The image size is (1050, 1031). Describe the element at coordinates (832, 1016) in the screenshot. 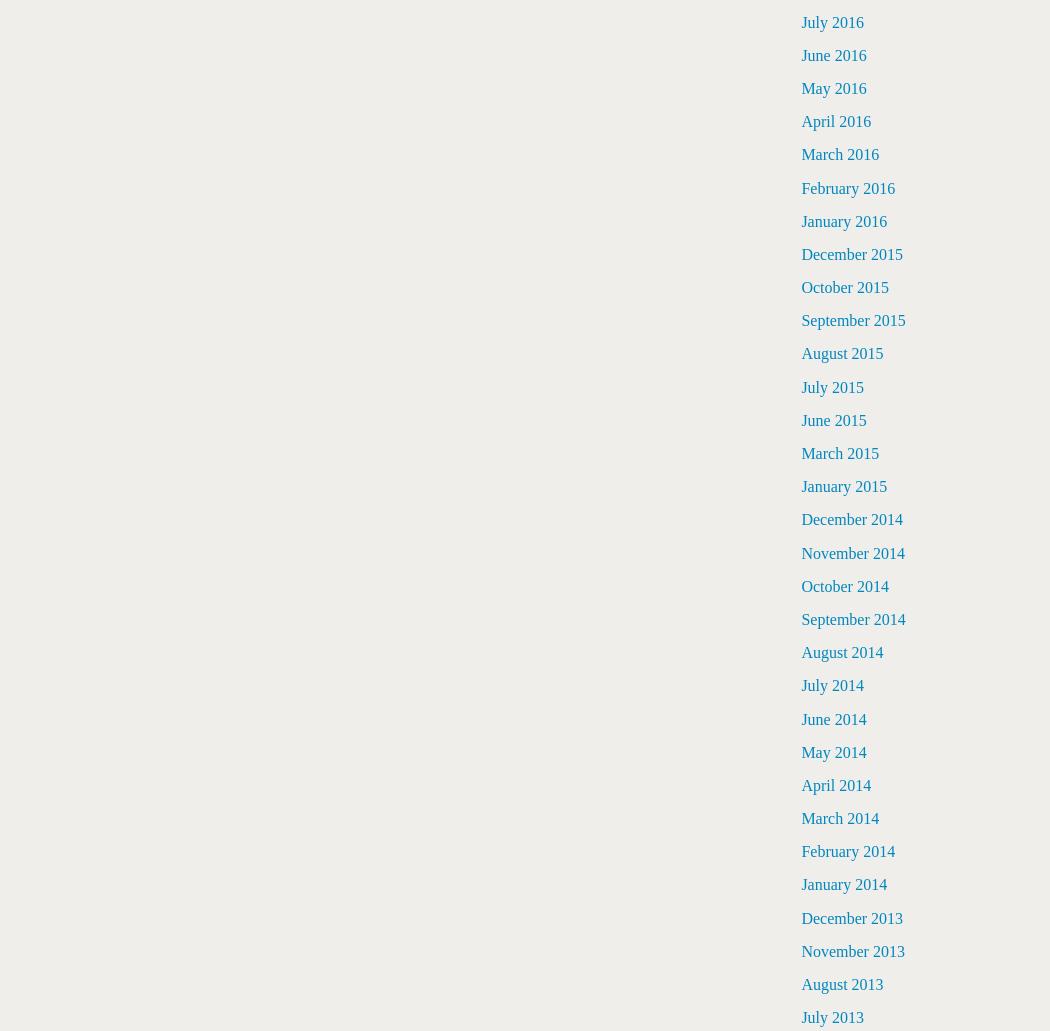

I see `'July 2013'` at that location.